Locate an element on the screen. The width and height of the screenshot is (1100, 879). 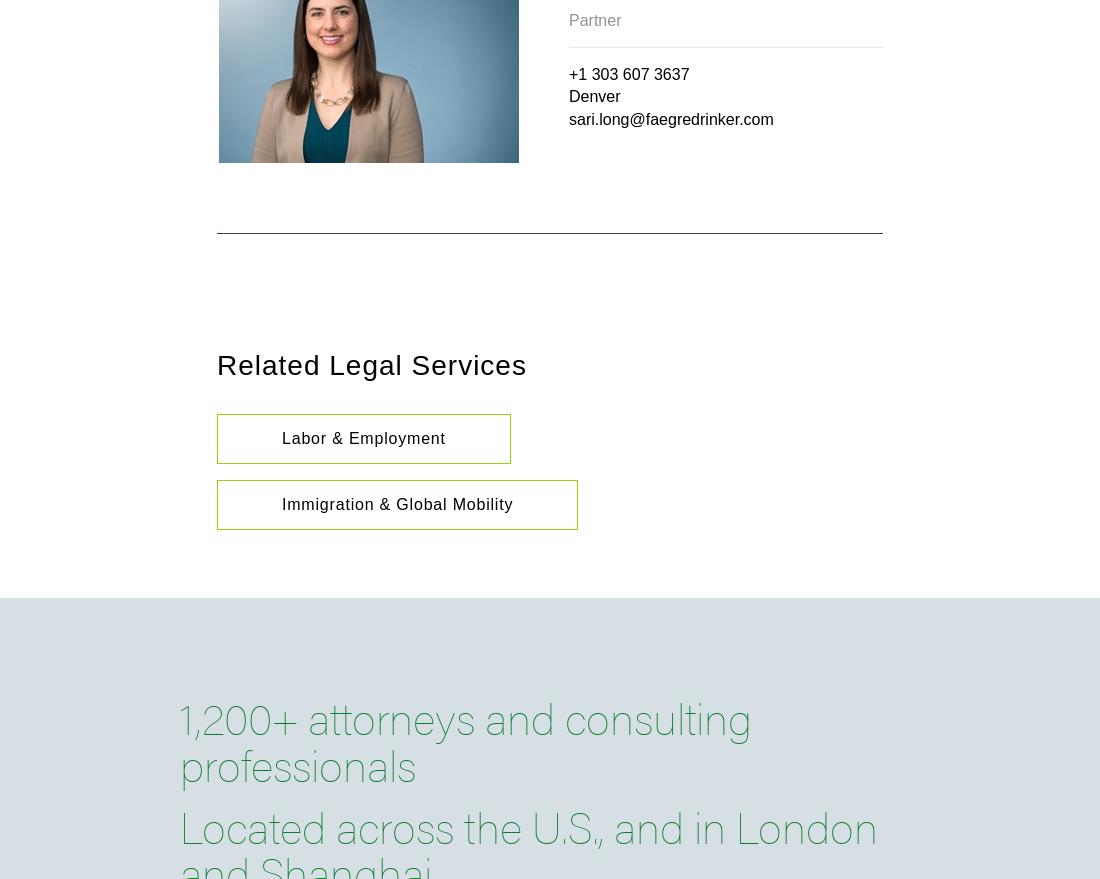
'Labor & Employment' is located at coordinates (363, 437).